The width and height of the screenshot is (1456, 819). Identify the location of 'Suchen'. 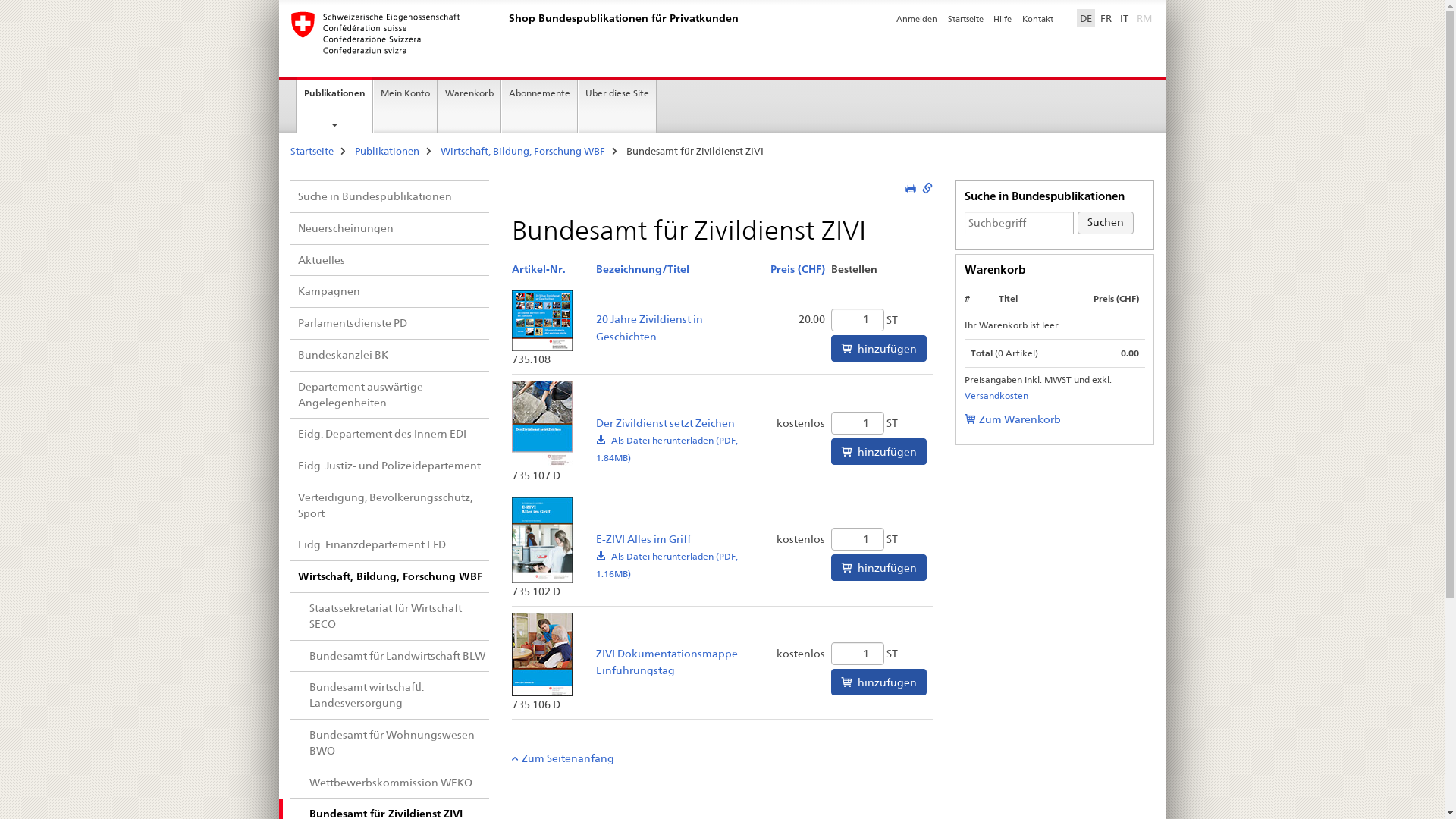
(1106, 222).